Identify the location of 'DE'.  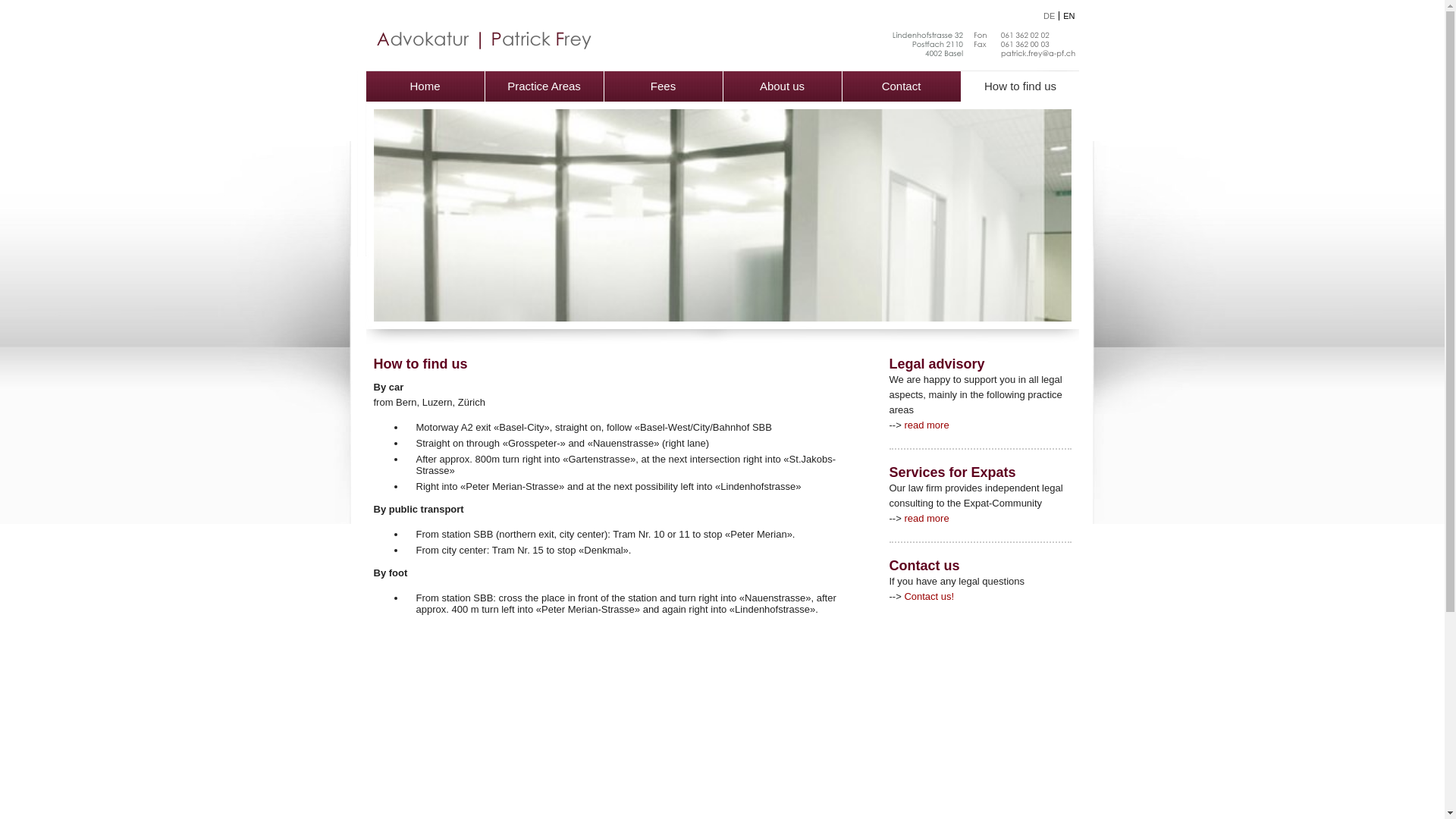
(1043, 15).